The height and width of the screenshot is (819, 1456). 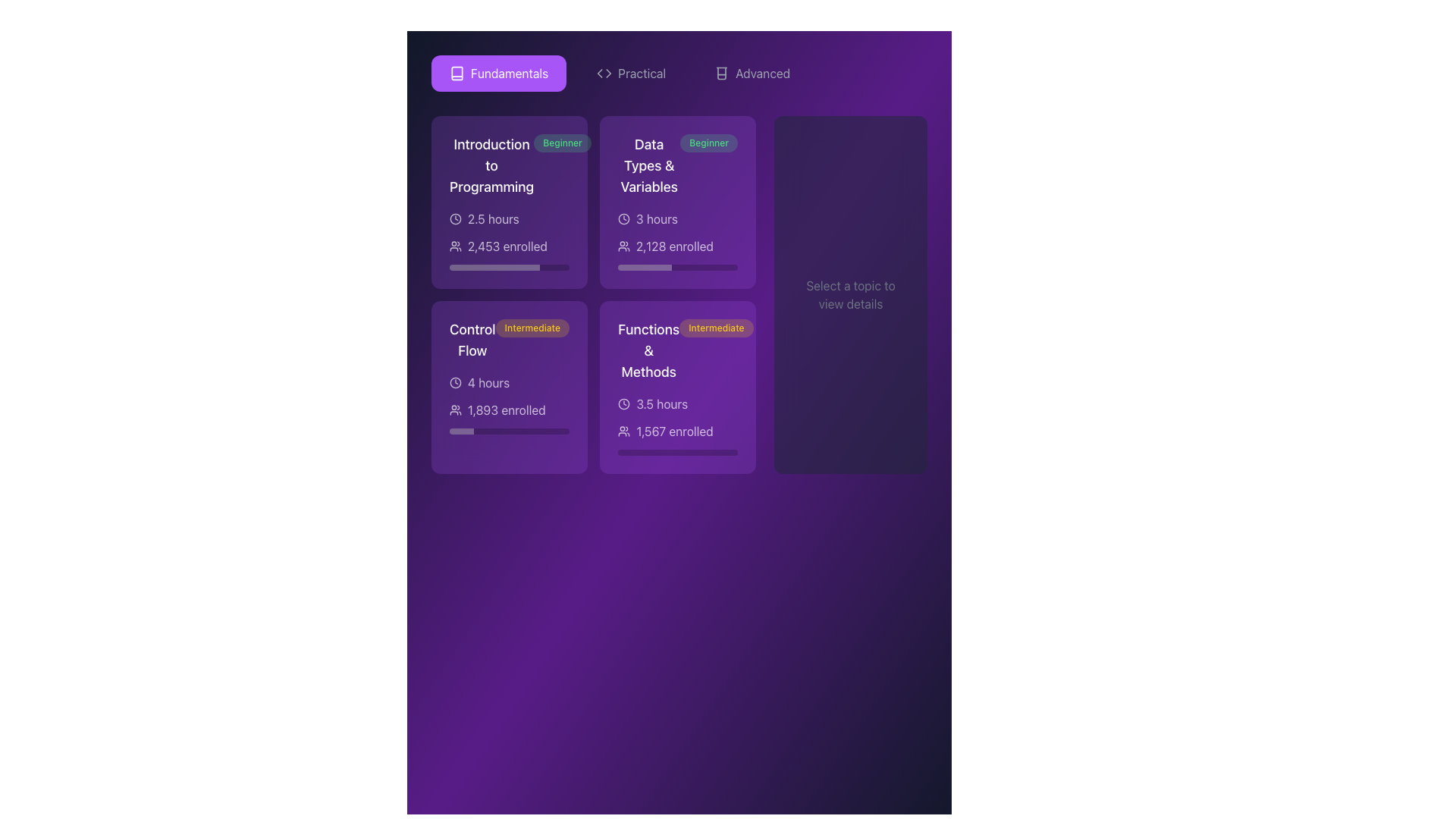 I want to click on the text label that communicates the approximate duration of the course module located under the title 'Control Flow' in the second card of the first row, so click(x=488, y=382).